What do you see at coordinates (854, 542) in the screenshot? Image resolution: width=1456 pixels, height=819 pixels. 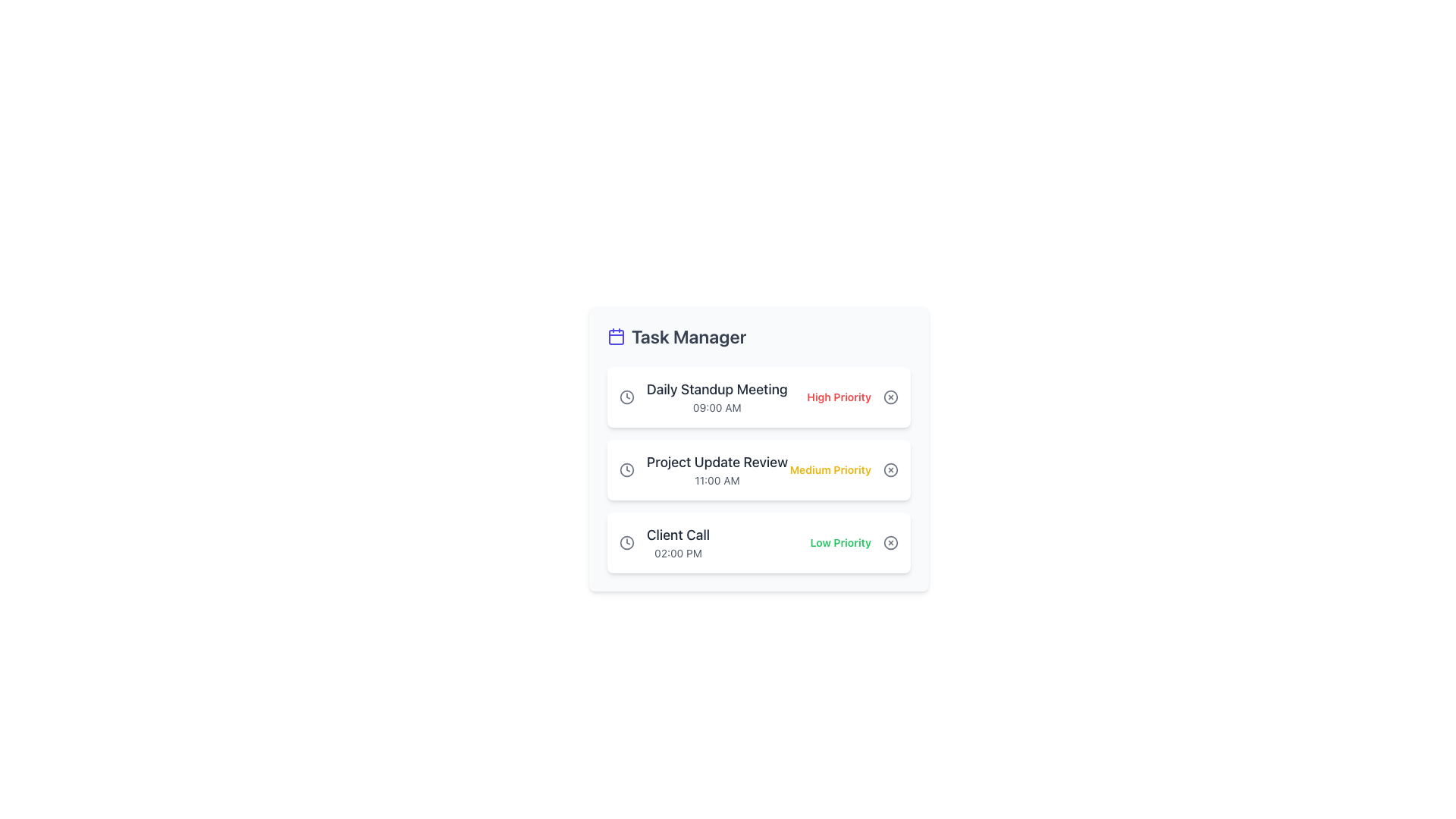 I see `the text label that reads 'Low Priority', which is styled with a green font color and bold text weight, located to the right of the task time label '02:00 PM' and to the left of a circular icon with an 'X' mark in the 'Task Manager' list` at bounding box center [854, 542].